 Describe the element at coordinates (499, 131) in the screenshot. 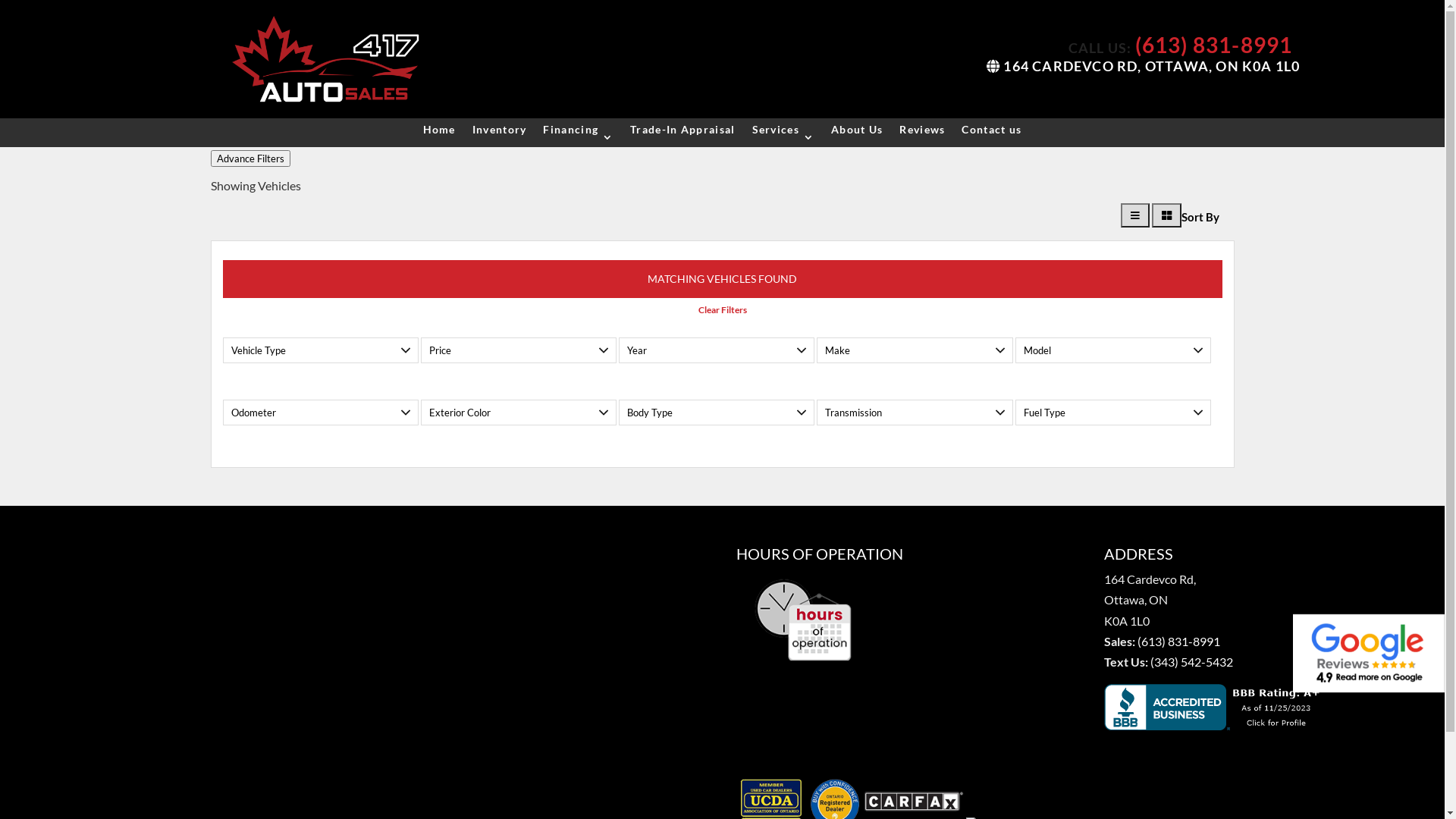

I see `'Inventory'` at that location.